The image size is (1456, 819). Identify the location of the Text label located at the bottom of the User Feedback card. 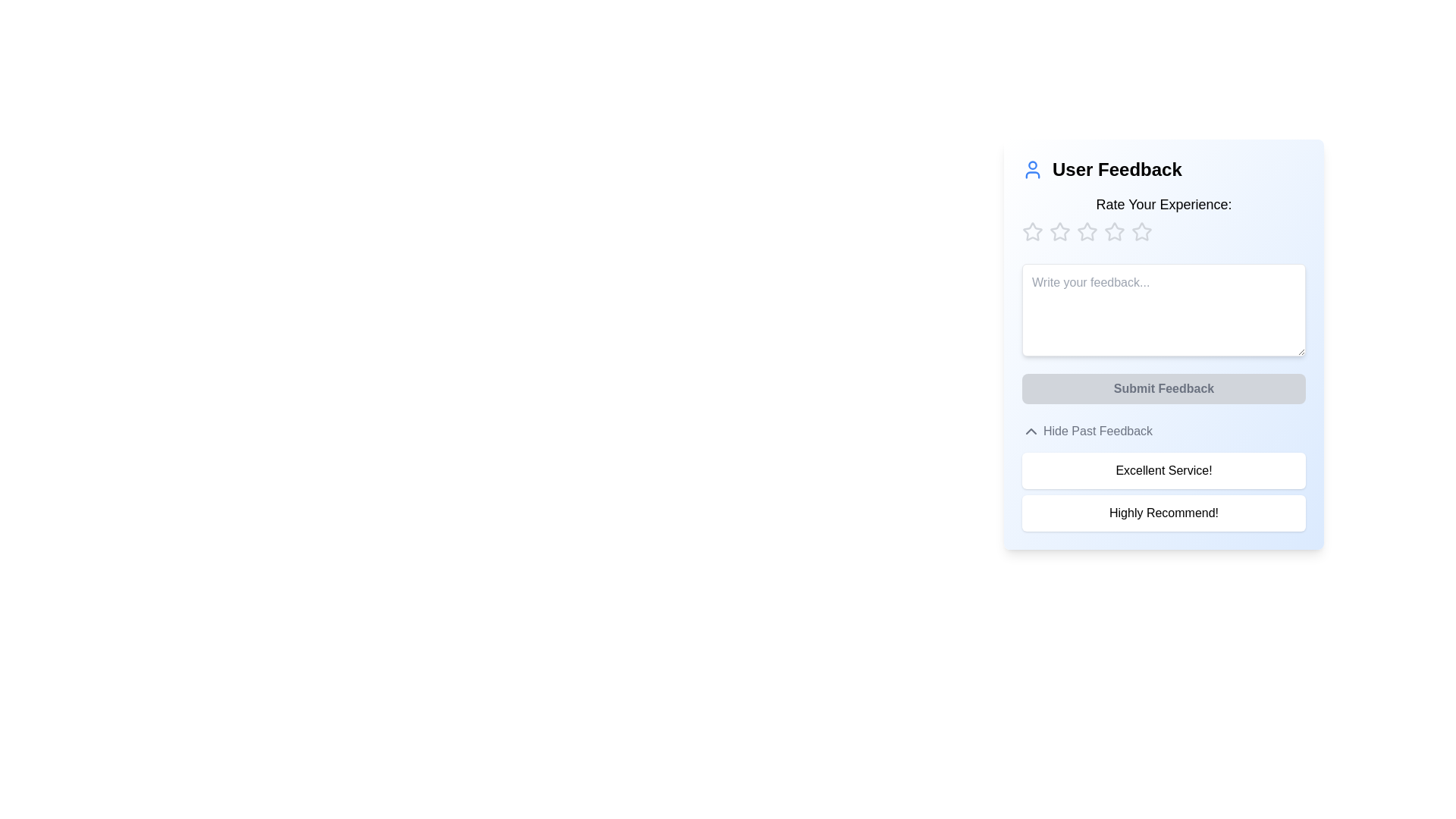
(1098, 431).